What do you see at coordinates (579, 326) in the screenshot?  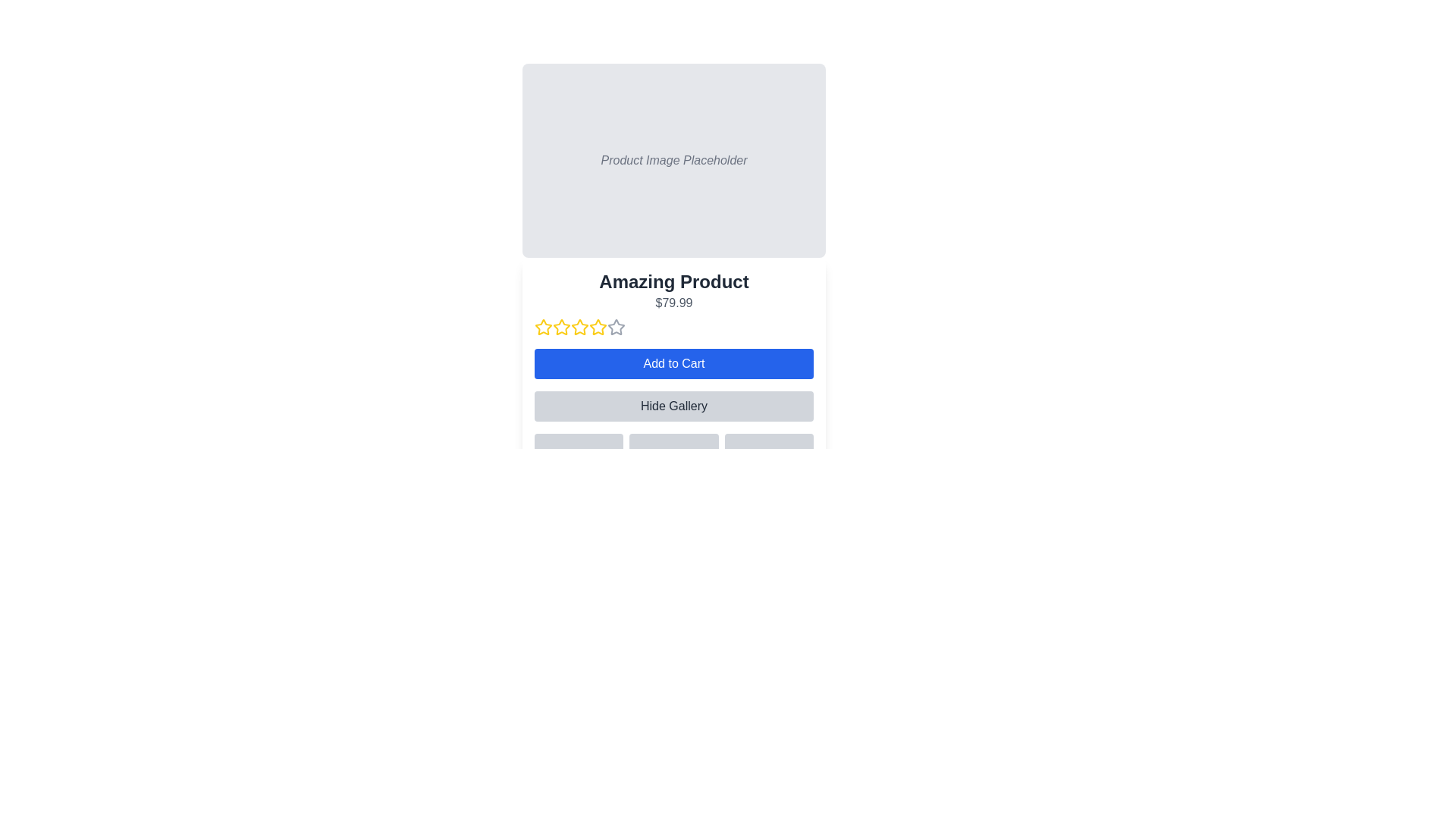 I see `the third yellow star icon in the star rating component below the text 'Amazing Product' and '$79.99' to rate it` at bounding box center [579, 326].